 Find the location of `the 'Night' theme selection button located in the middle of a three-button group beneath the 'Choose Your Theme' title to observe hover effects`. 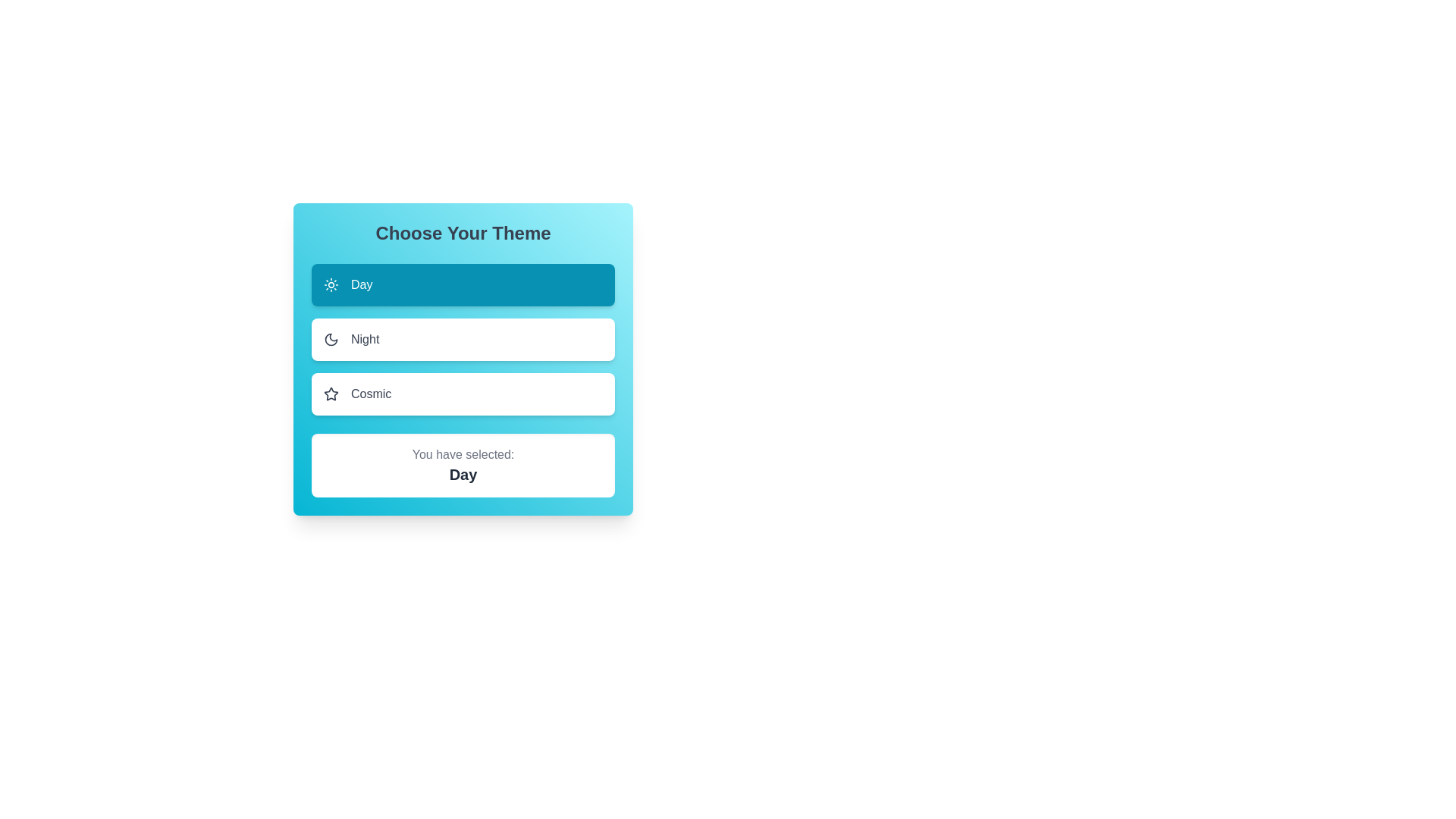

the 'Night' theme selection button located in the middle of a three-button group beneath the 'Choose Your Theme' title to observe hover effects is located at coordinates (462, 338).